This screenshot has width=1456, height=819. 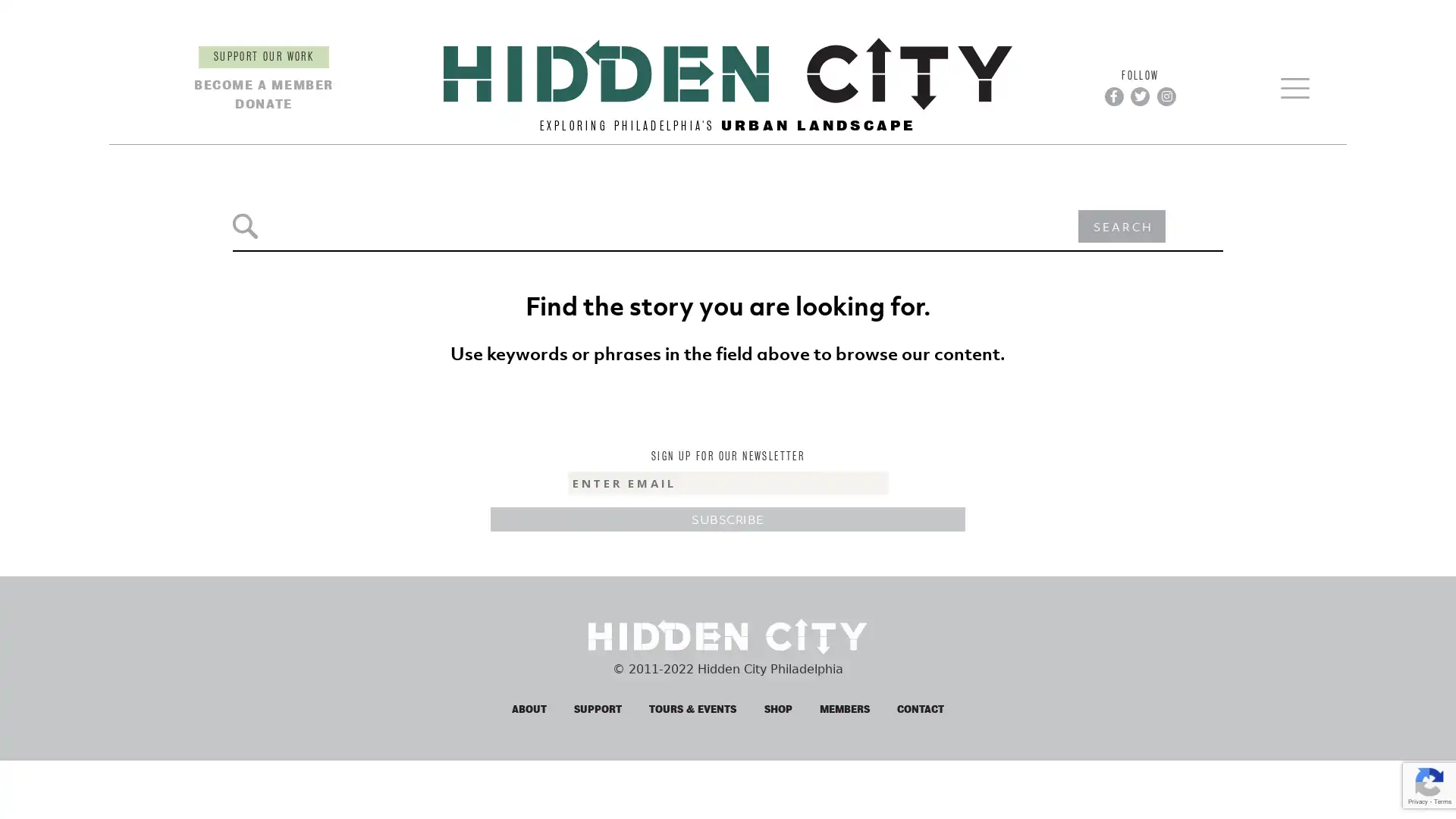 I want to click on SEARCH, so click(x=1121, y=64).